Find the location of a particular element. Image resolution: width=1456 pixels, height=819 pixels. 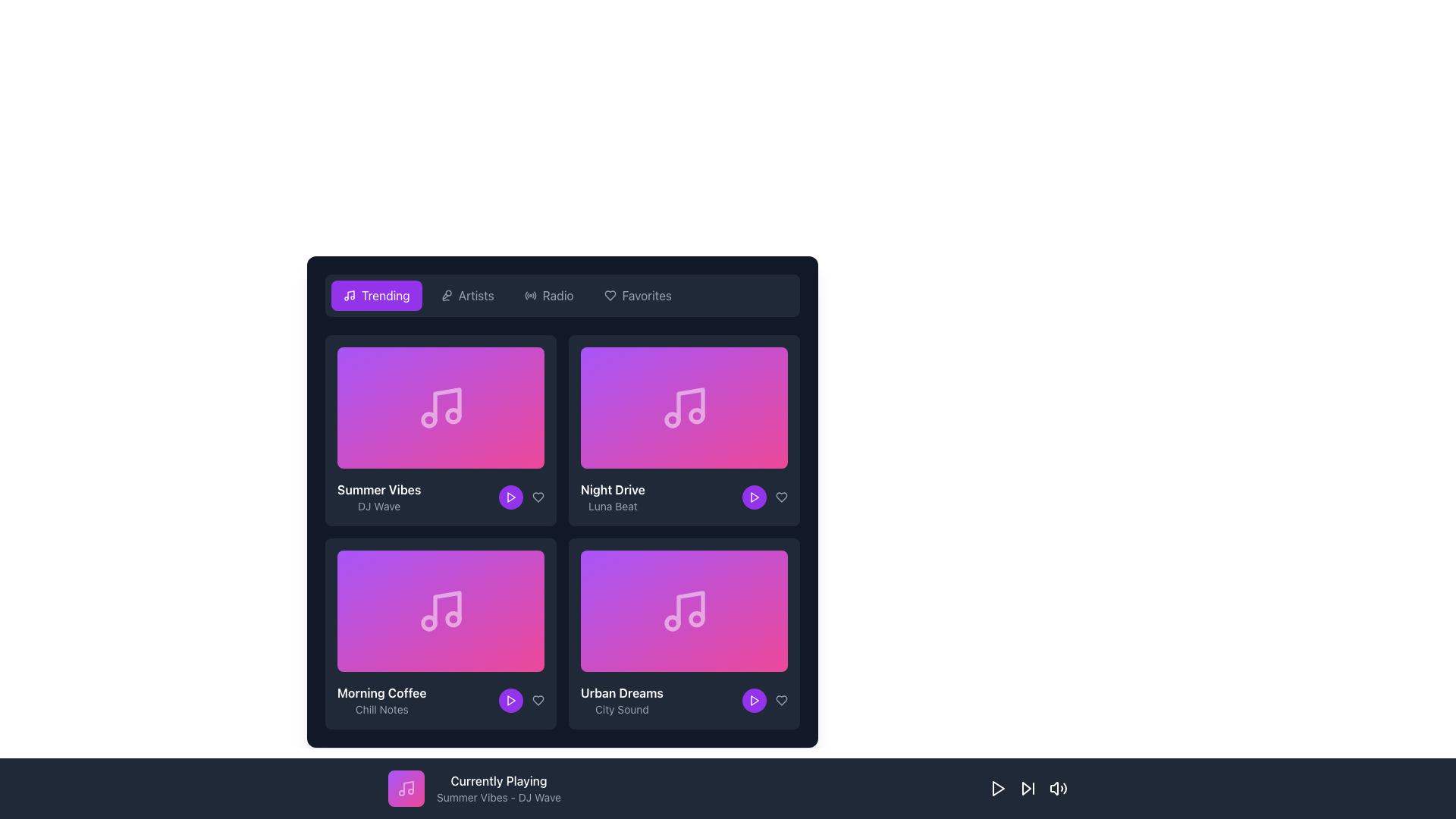

the heart icon located at the bottom right corner of the 'Night Drive' song card is located at coordinates (782, 497).